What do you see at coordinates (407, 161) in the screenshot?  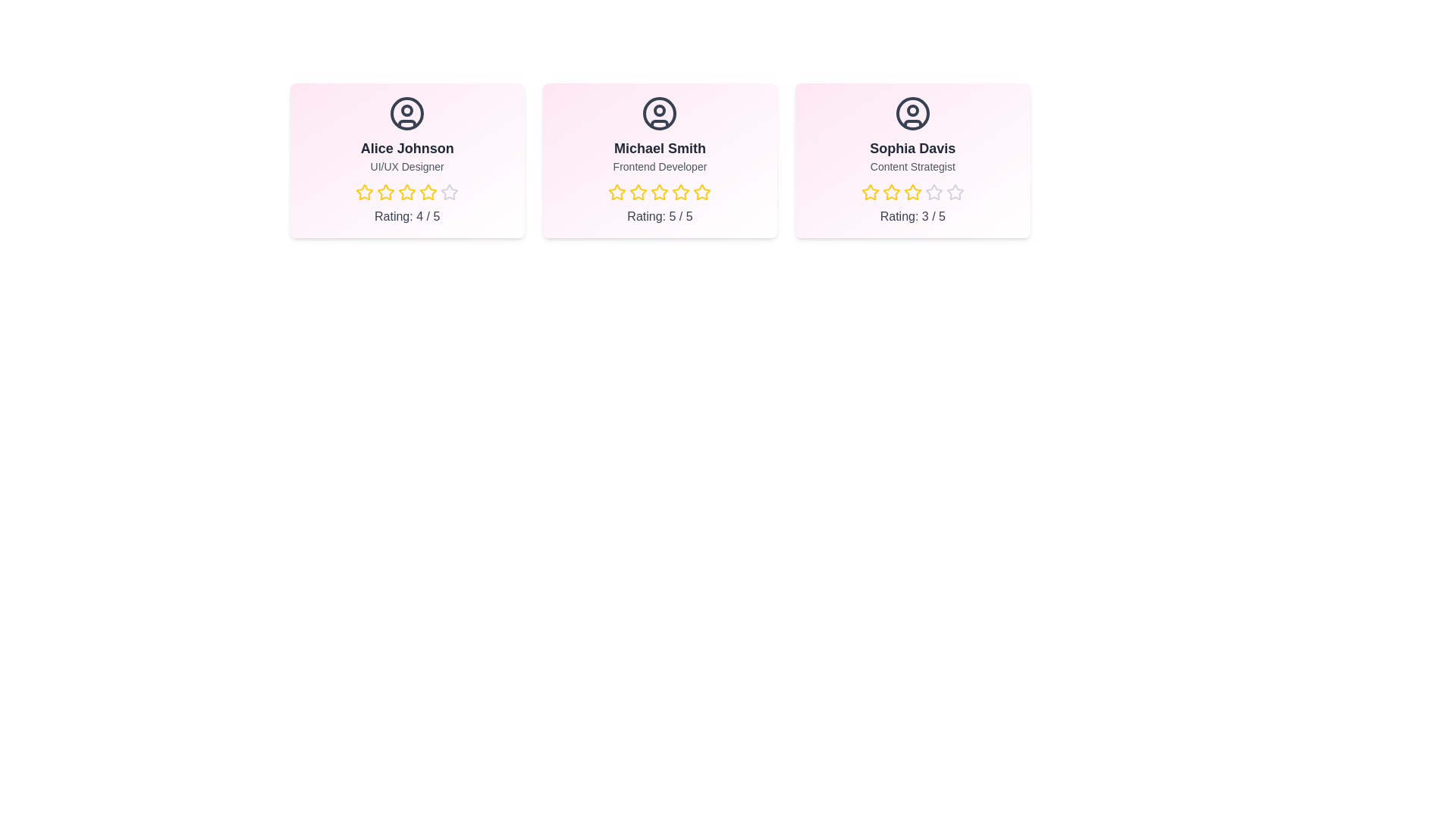 I see `the card of Alice Johnson to observe the hover effect` at bounding box center [407, 161].